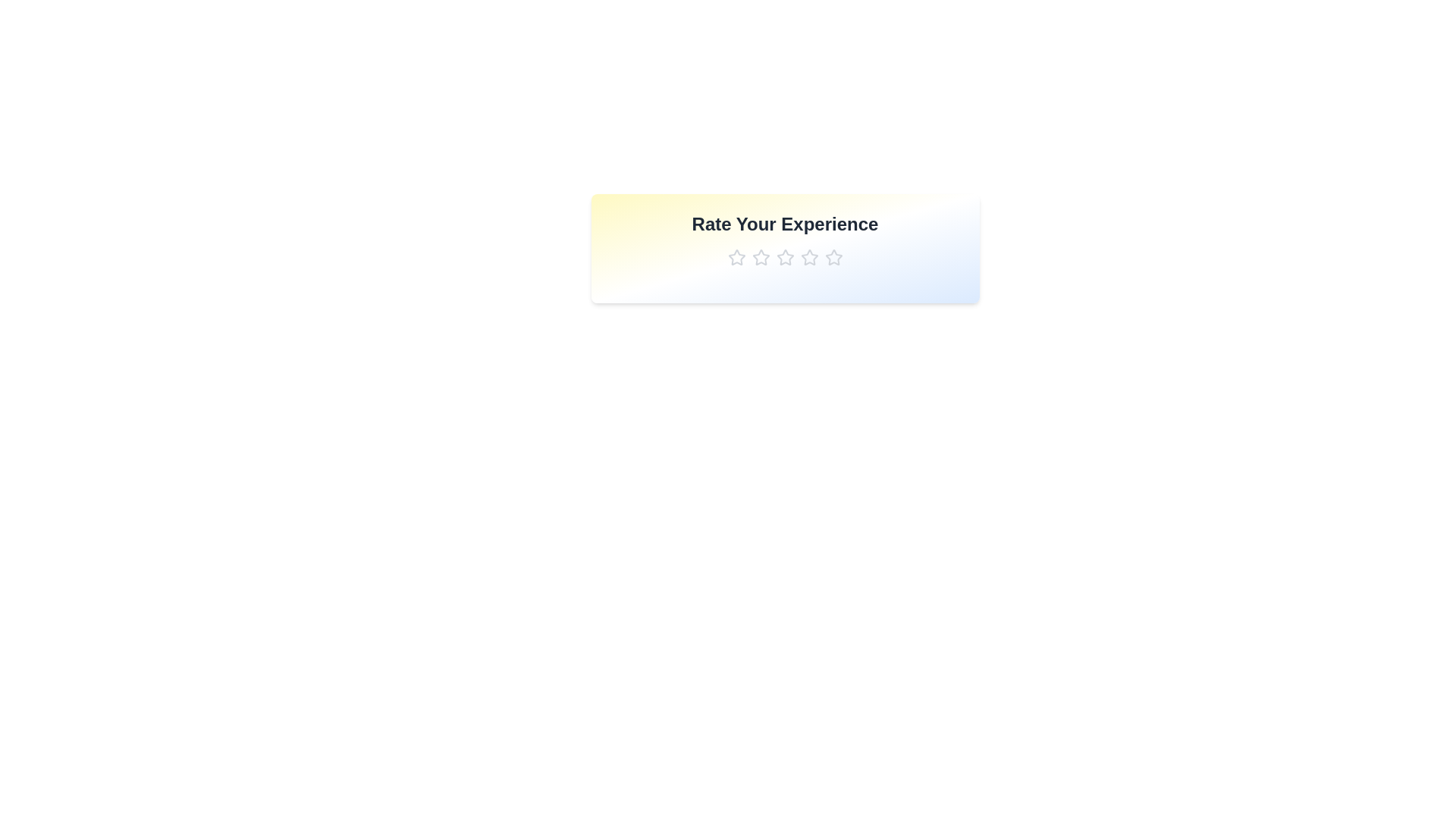  I want to click on the star corresponding to 3 to observe the hover effect, so click(785, 256).